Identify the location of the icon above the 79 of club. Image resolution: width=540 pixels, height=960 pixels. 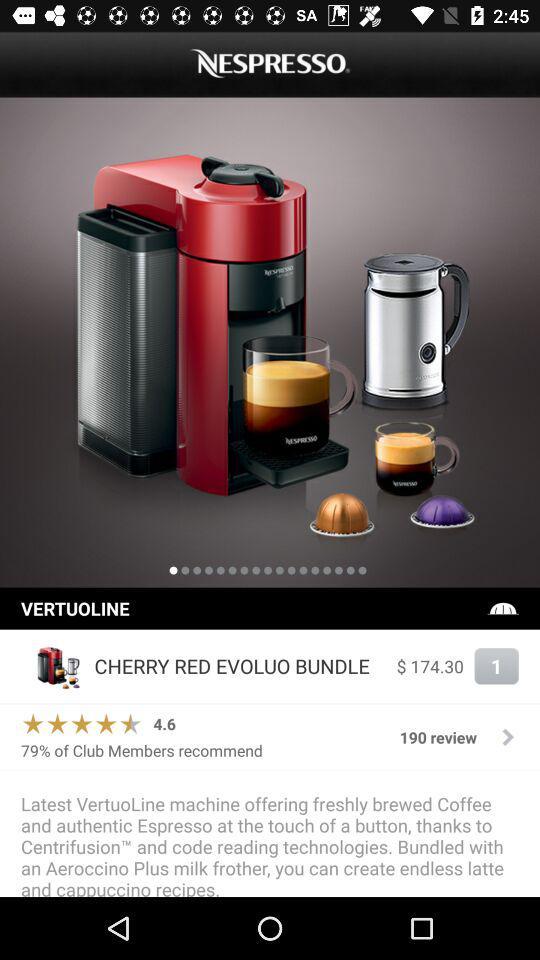
(163, 722).